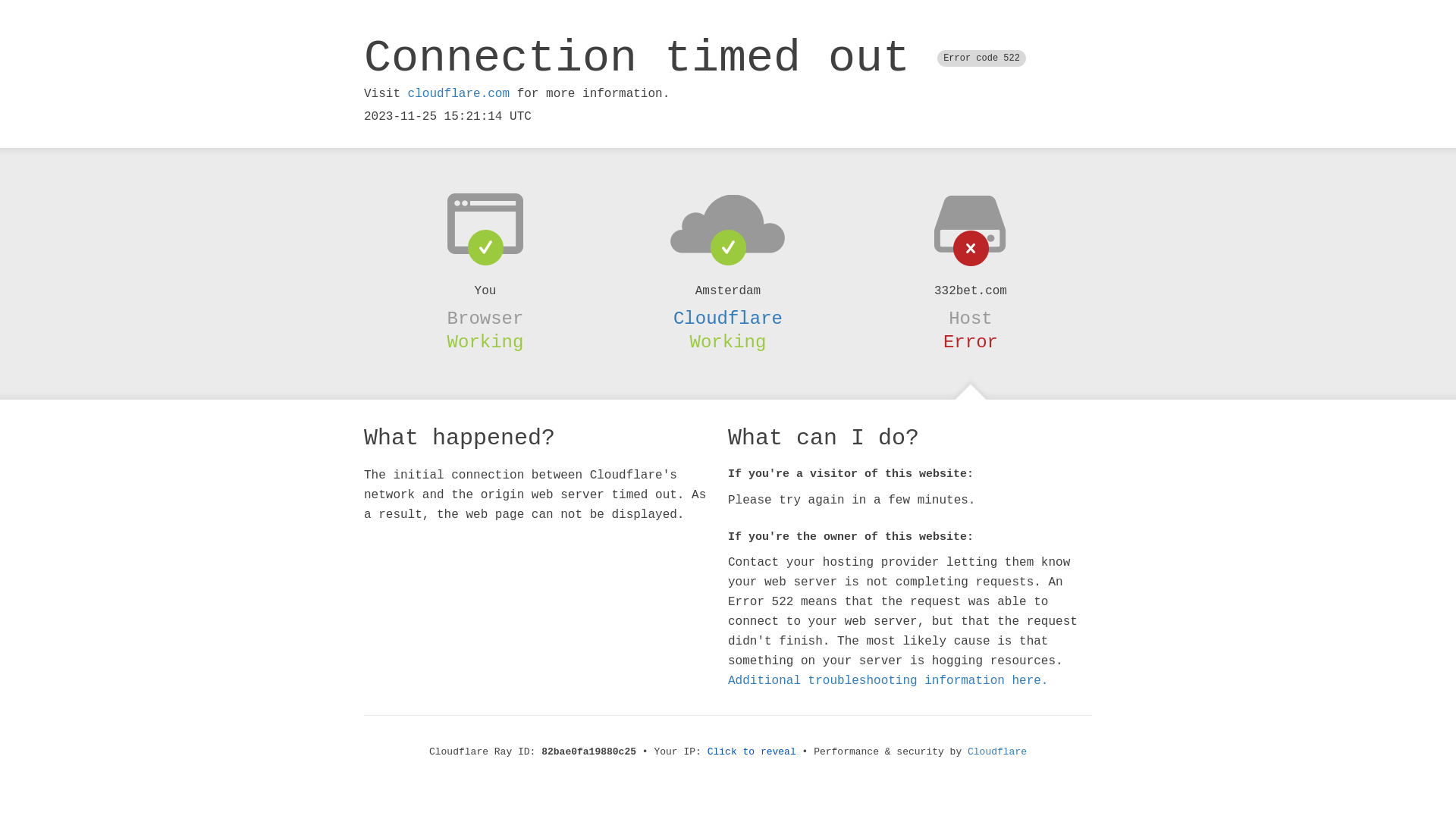  I want to click on 'cloudflare.com', so click(457, 93).